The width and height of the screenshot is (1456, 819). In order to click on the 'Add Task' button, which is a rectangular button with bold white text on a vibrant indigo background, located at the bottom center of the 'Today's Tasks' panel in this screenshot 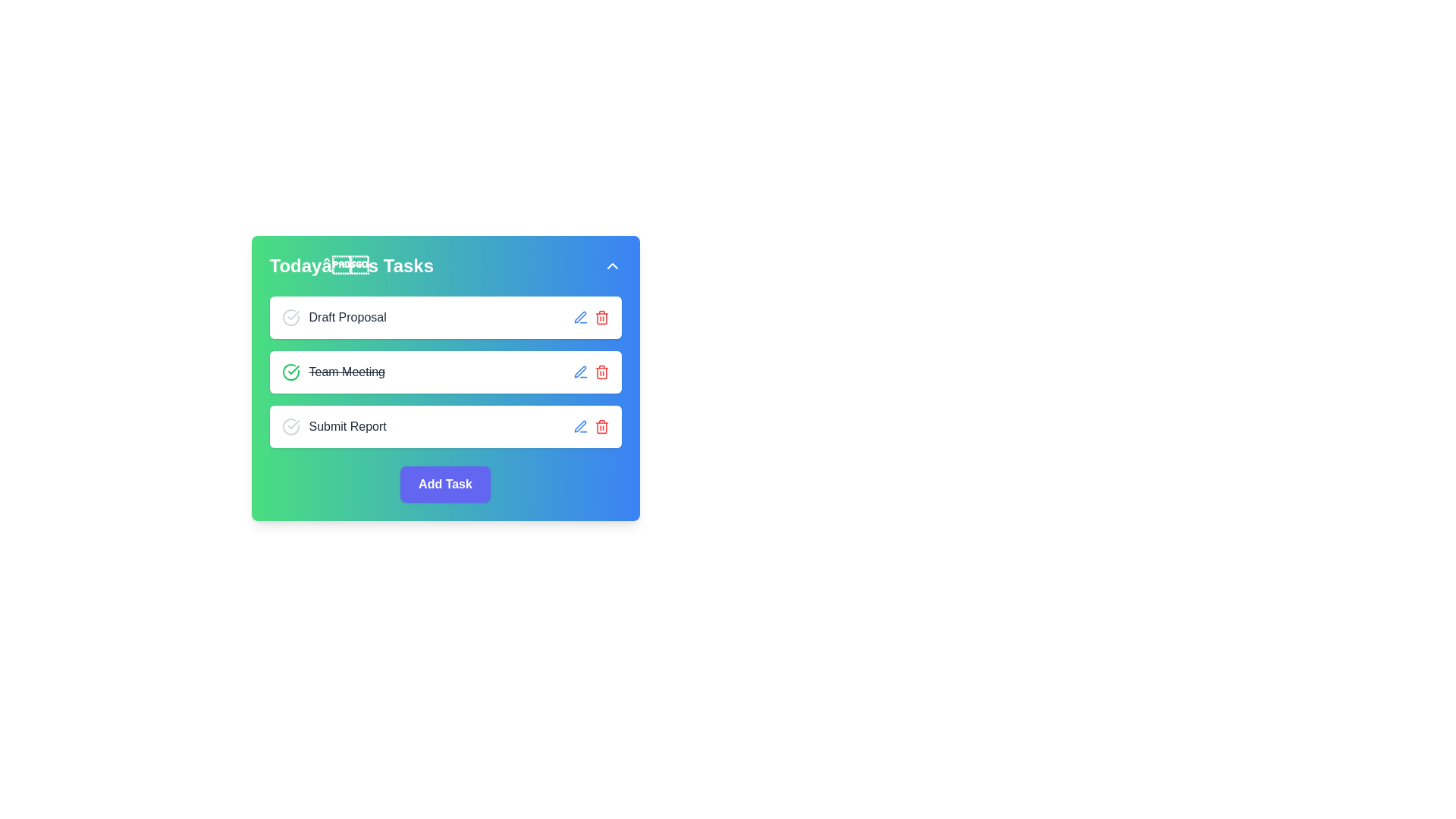, I will do `click(444, 485)`.